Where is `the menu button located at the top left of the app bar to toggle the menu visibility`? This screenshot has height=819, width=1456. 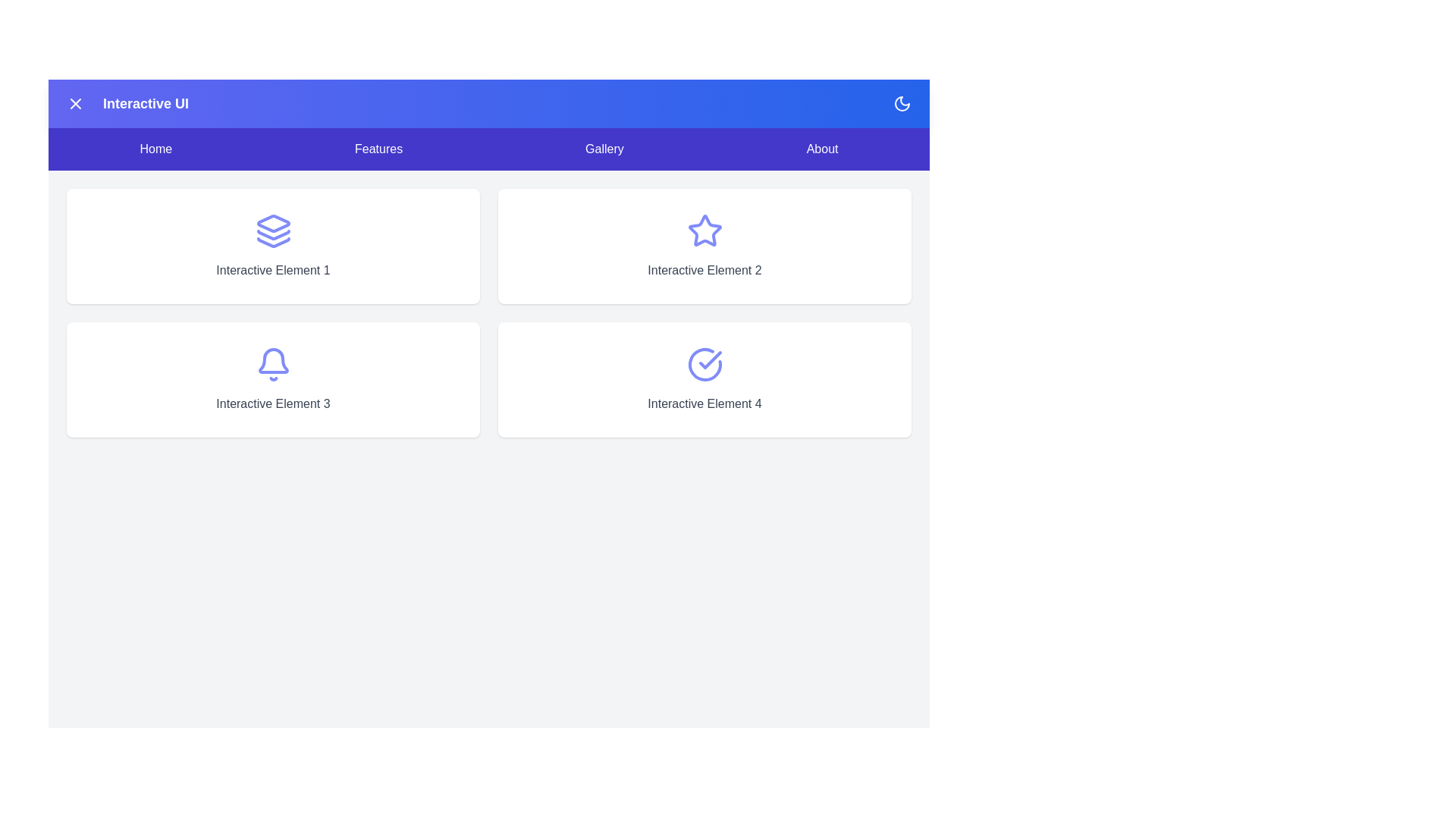 the menu button located at the top left of the app bar to toggle the menu visibility is located at coordinates (75, 103).